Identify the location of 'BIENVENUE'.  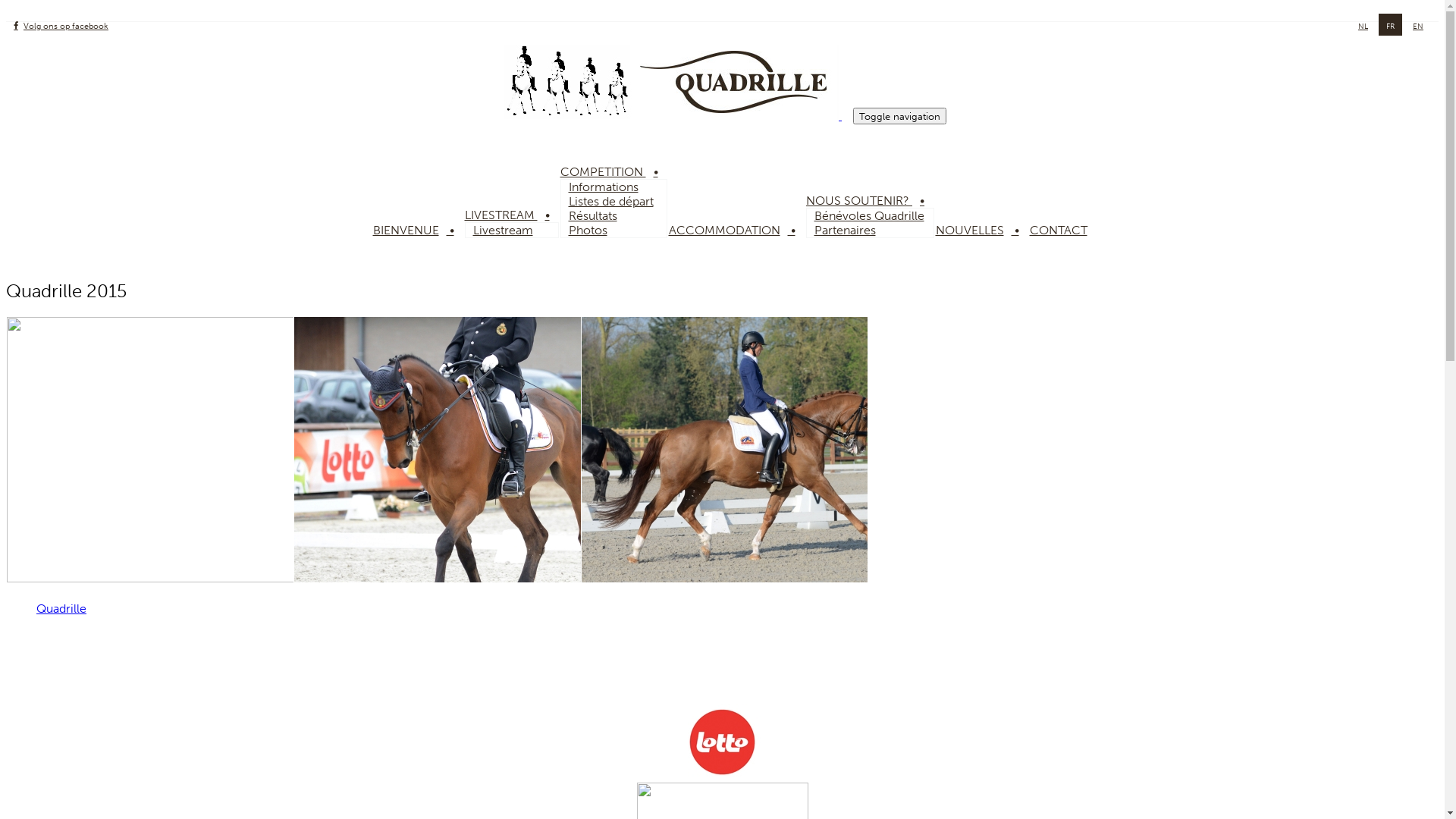
(417, 230).